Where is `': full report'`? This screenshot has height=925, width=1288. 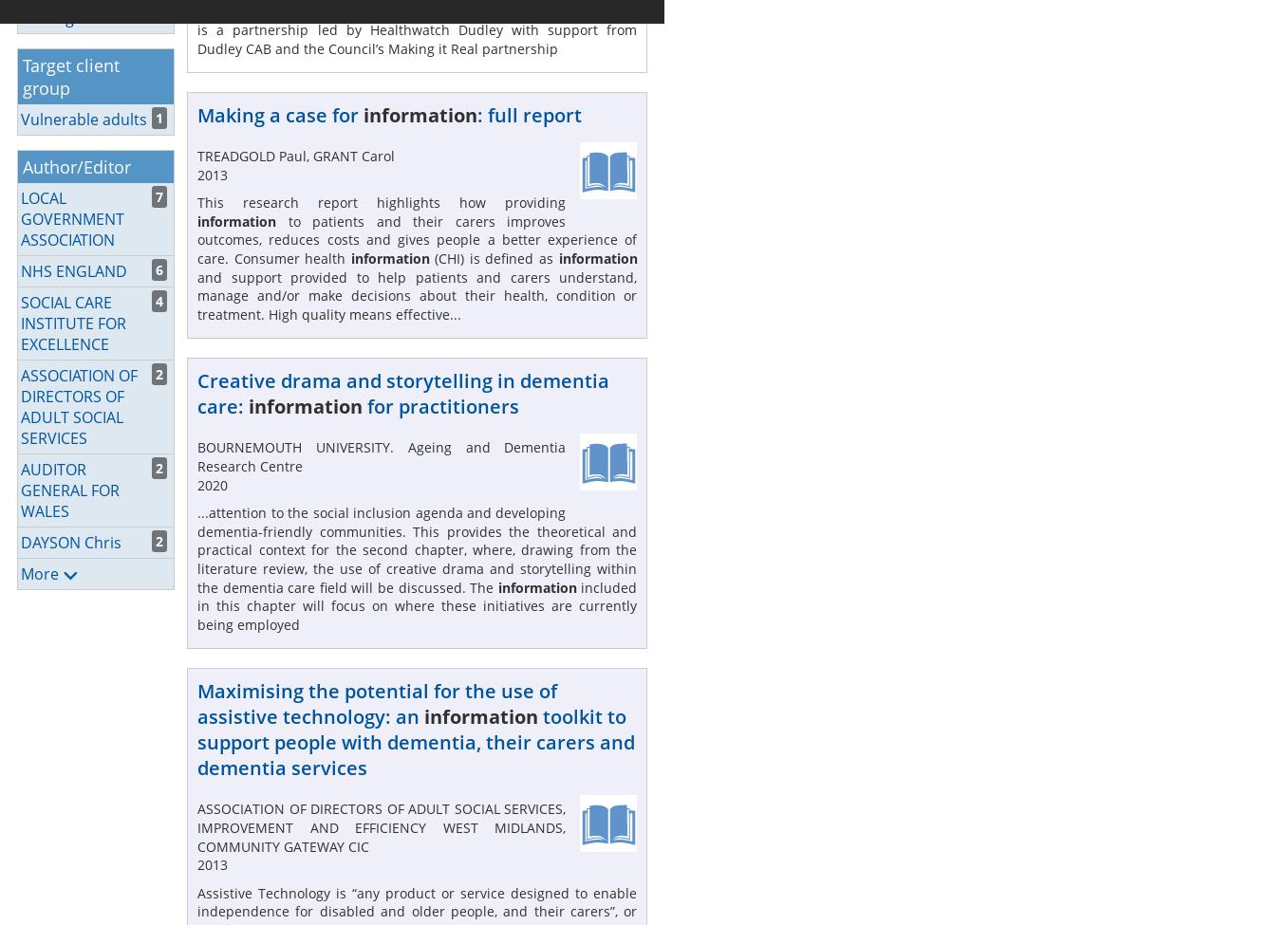
': full report' is located at coordinates (528, 114).